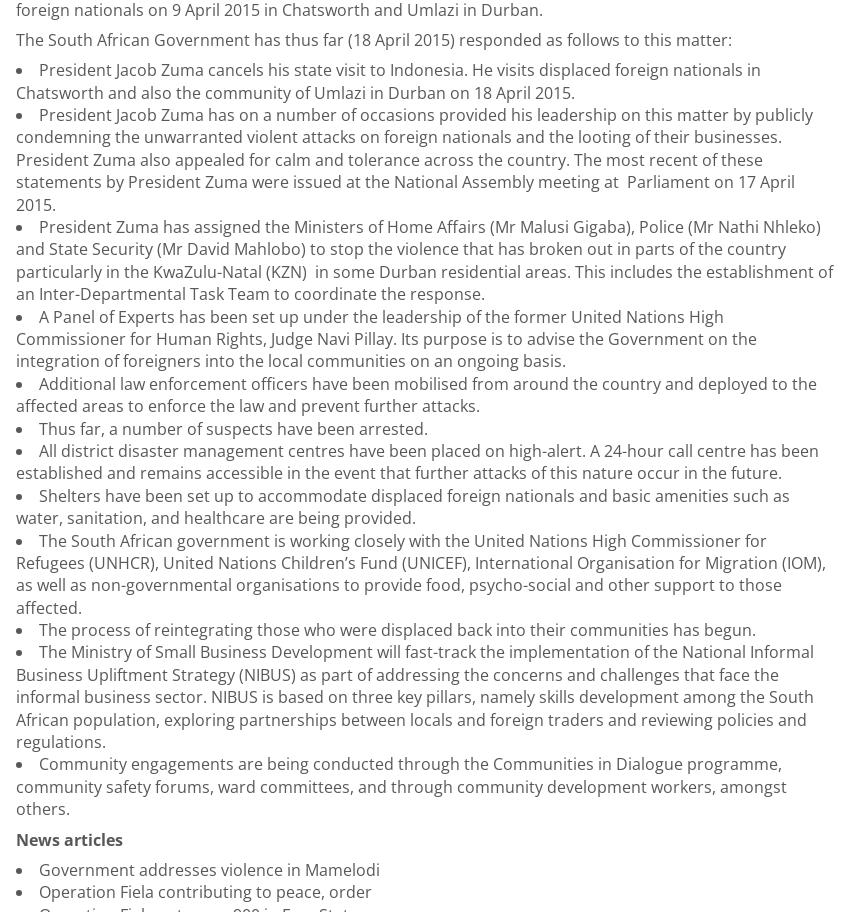 The height and width of the screenshot is (912, 850). I want to click on 'News articles', so click(14, 839).